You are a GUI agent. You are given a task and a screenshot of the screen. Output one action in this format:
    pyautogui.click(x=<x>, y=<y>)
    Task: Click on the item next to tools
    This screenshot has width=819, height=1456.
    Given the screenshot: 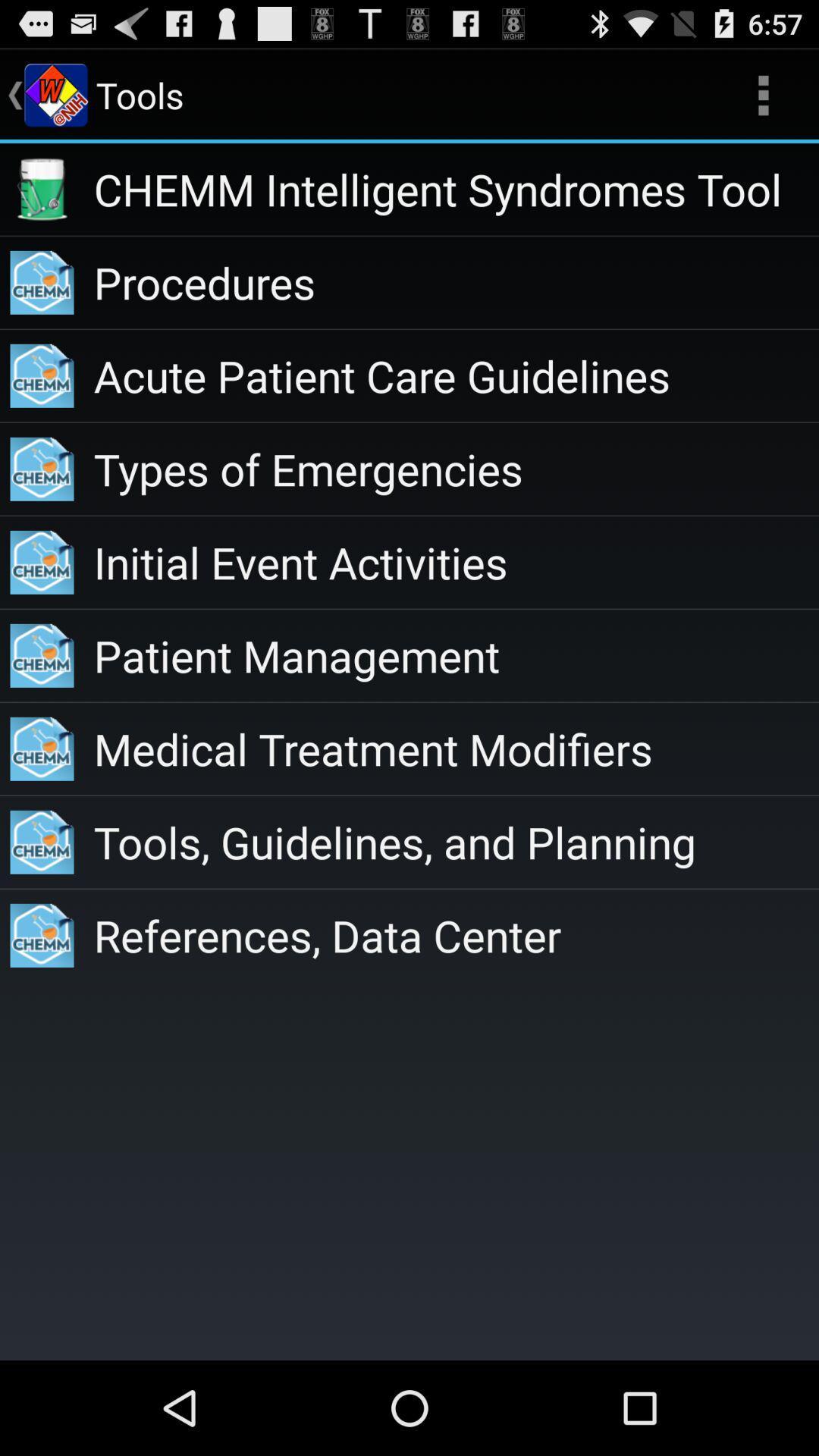 What is the action you would take?
    pyautogui.click(x=763, y=94)
    